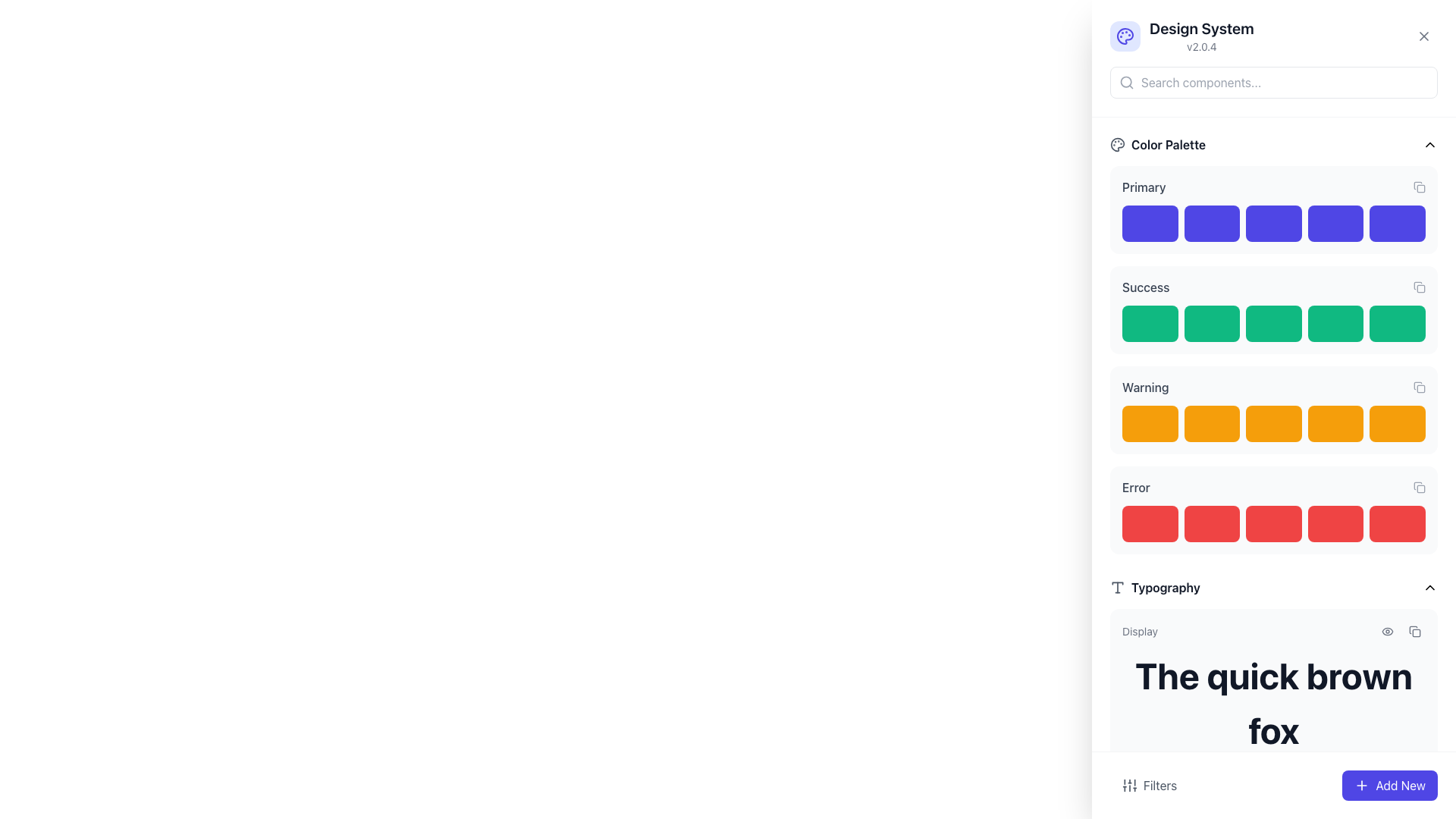 The image size is (1456, 819). I want to click on the third rounded rectangular block, so click(1274, 424).